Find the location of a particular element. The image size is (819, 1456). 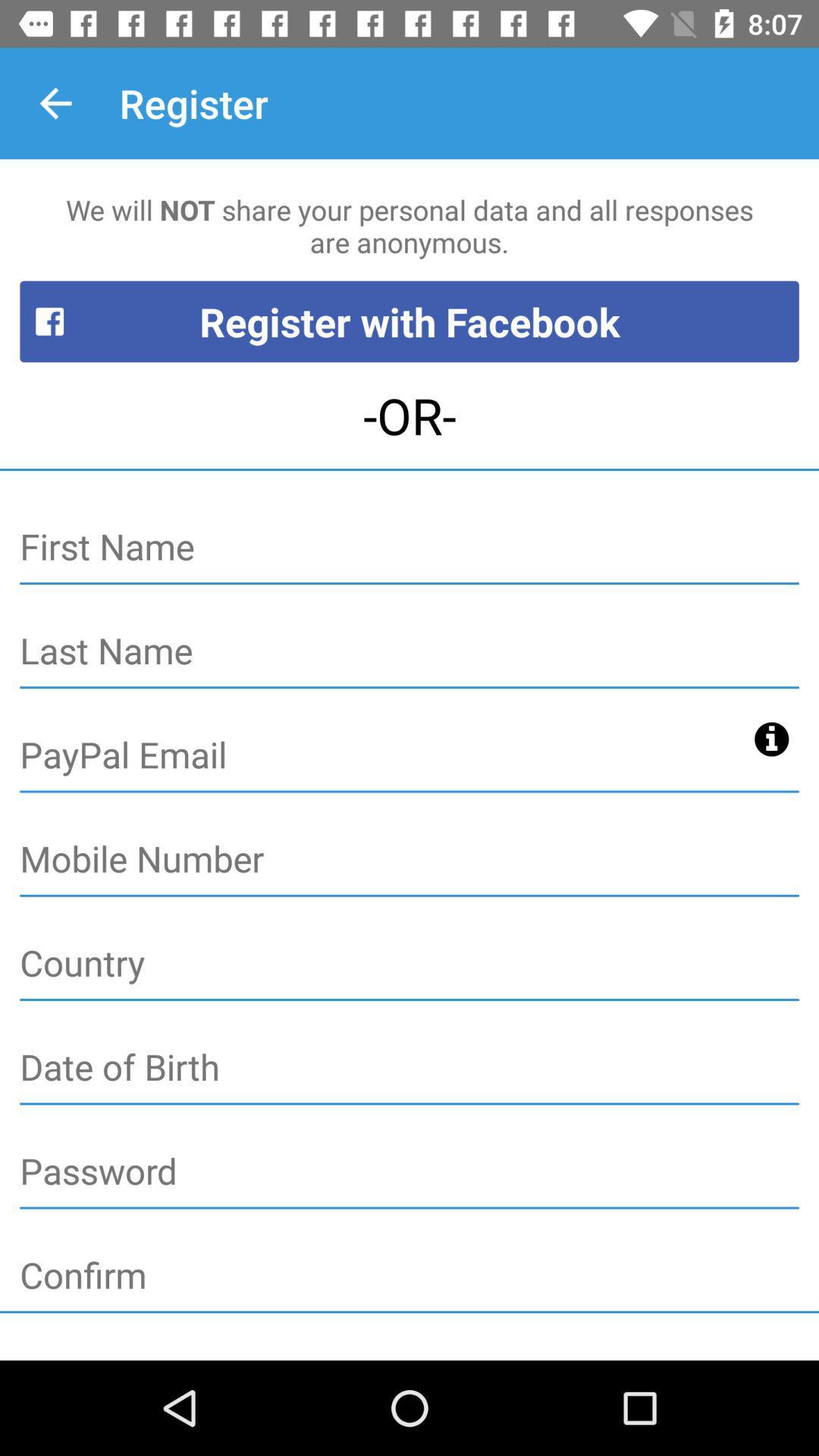

confirm password is located at coordinates (409, 1276).